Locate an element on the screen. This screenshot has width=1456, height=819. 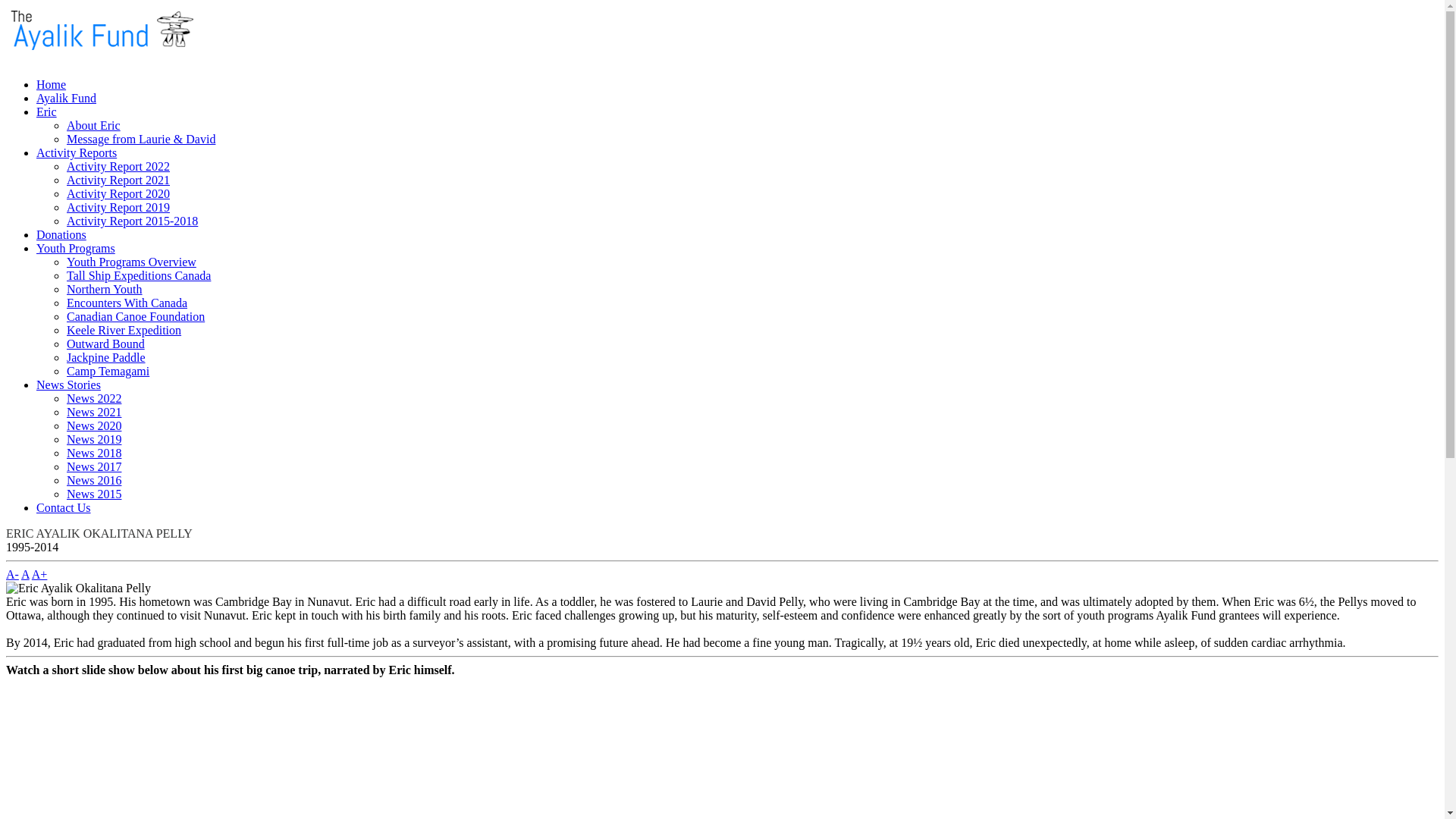
'Activity Reports' is located at coordinates (75, 152).